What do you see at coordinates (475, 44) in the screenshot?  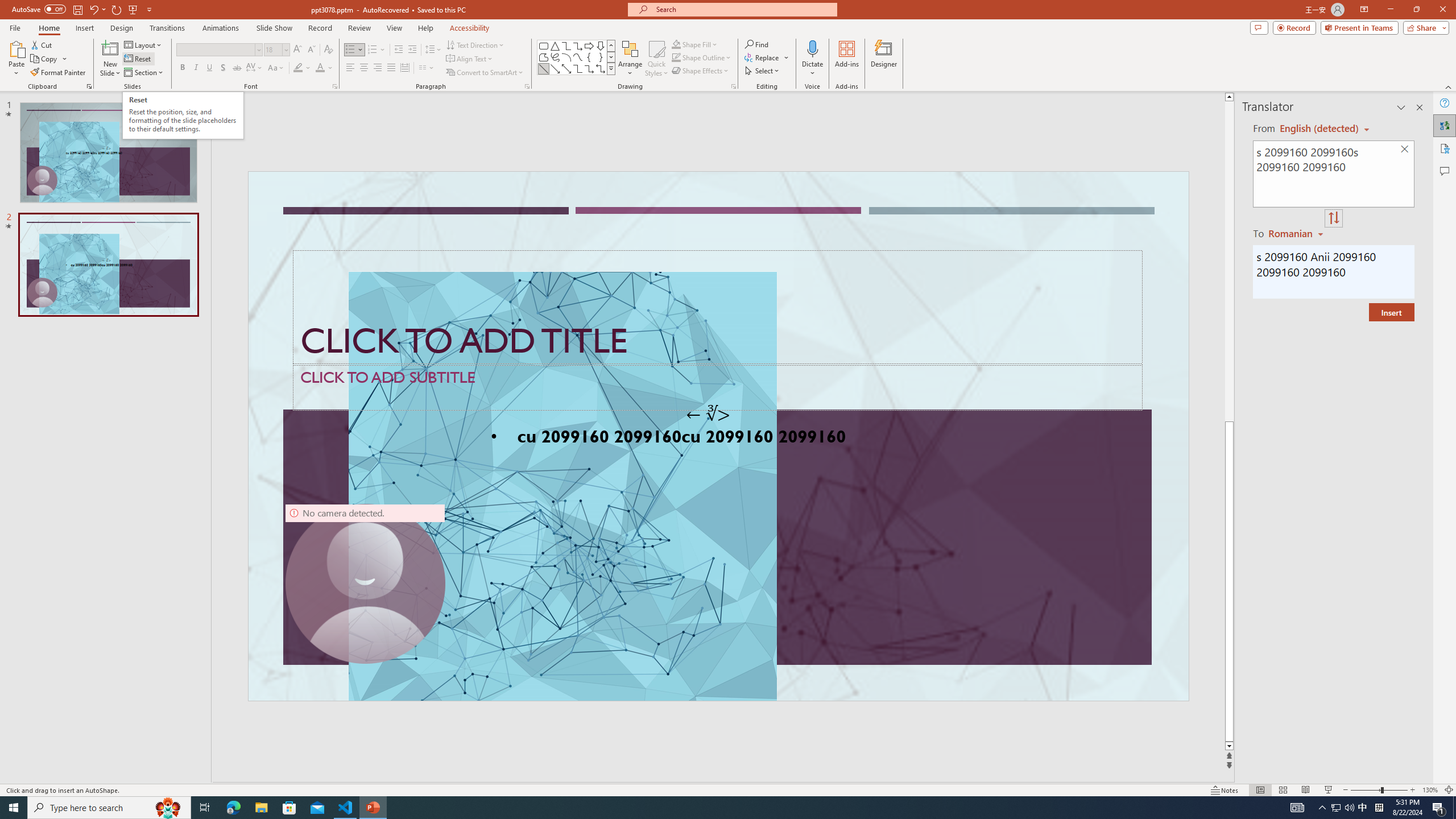 I see `'Text Direction'` at bounding box center [475, 44].